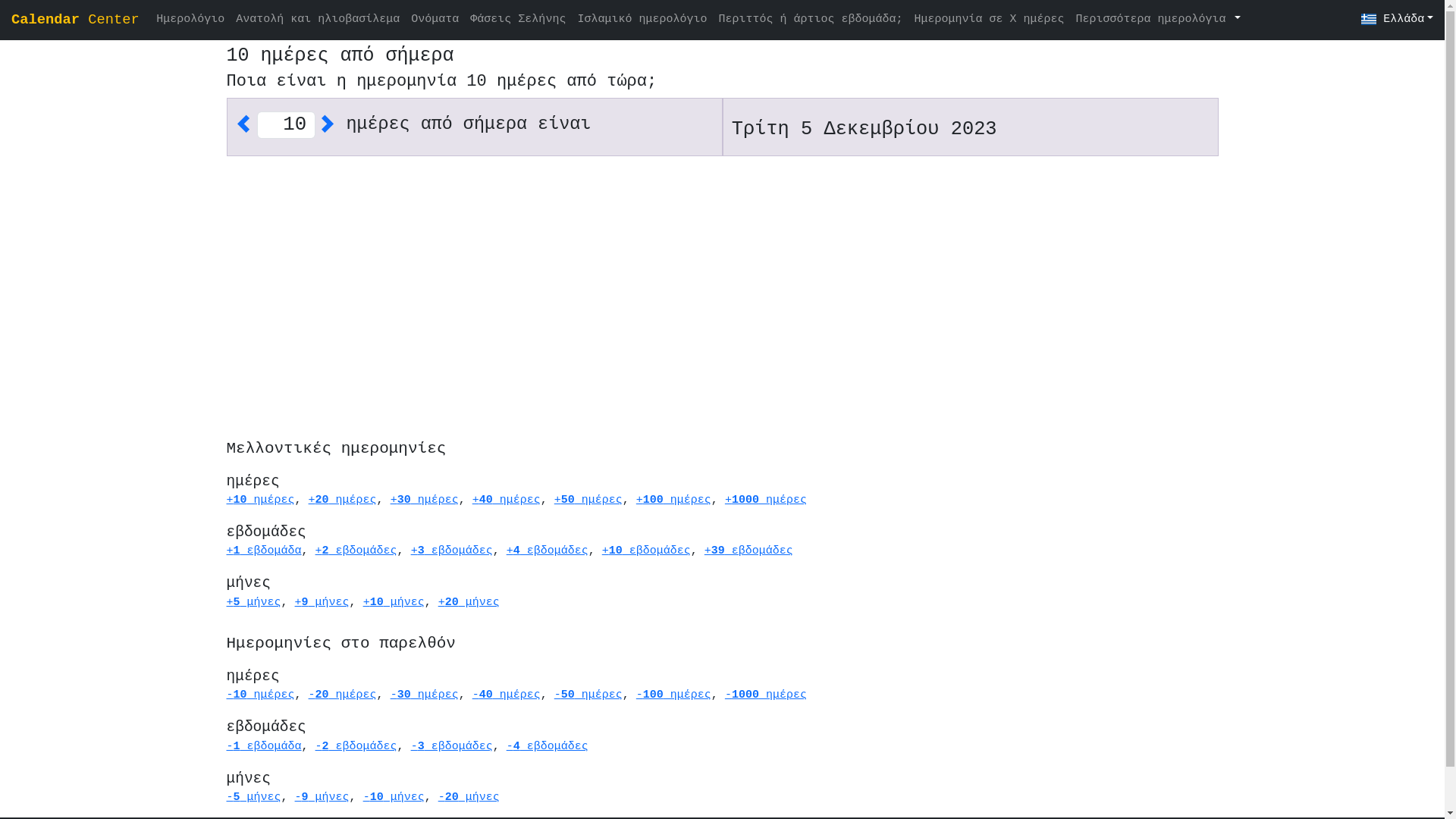  What do you see at coordinates (11, 20) in the screenshot?
I see `'Calendar Center'` at bounding box center [11, 20].